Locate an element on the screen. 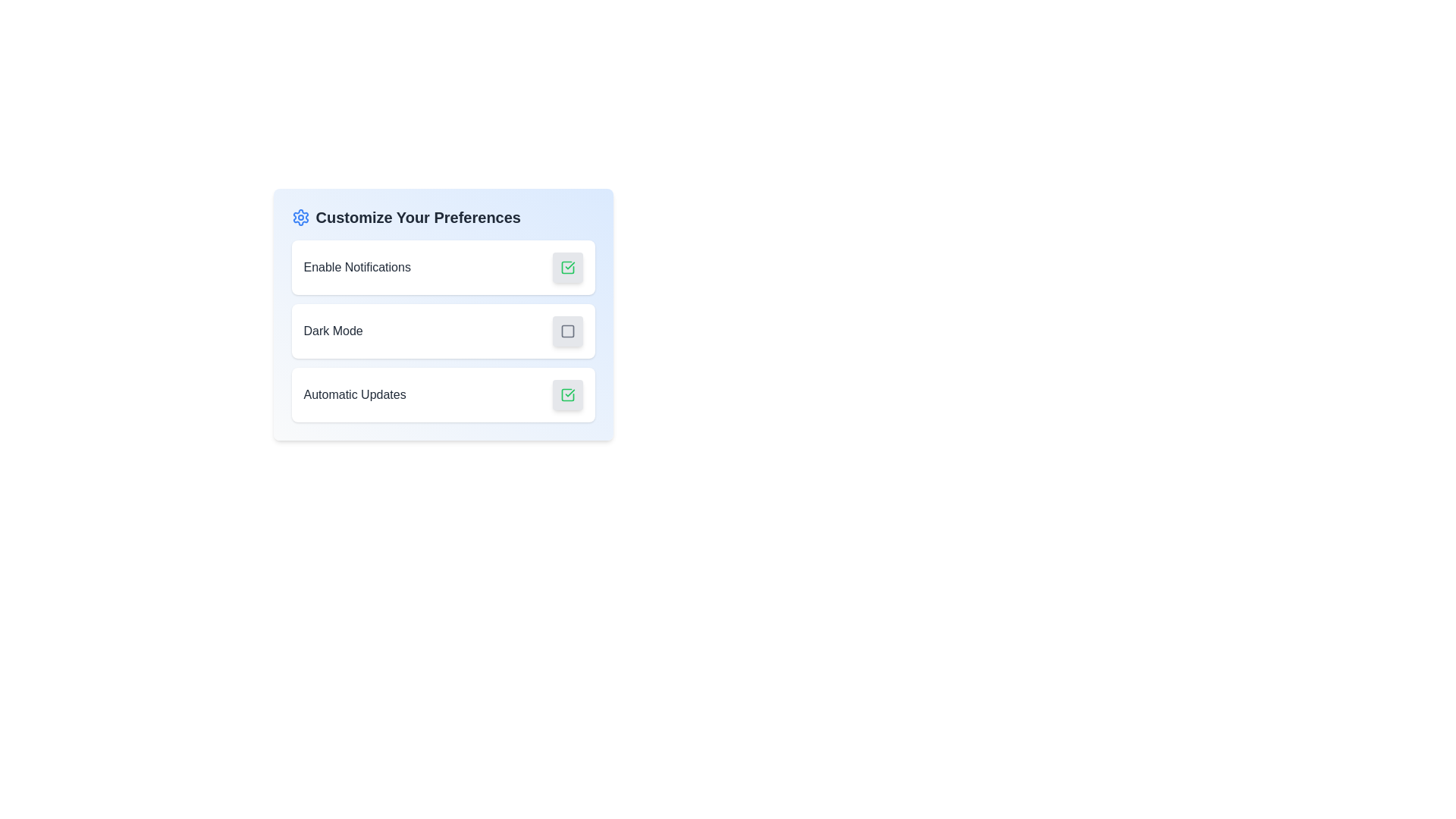 This screenshot has width=1456, height=819. the rounded square button with a light gray background and a square icon, located at the right side of the 'Dark Mode' row is located at coordinates (566, 330).